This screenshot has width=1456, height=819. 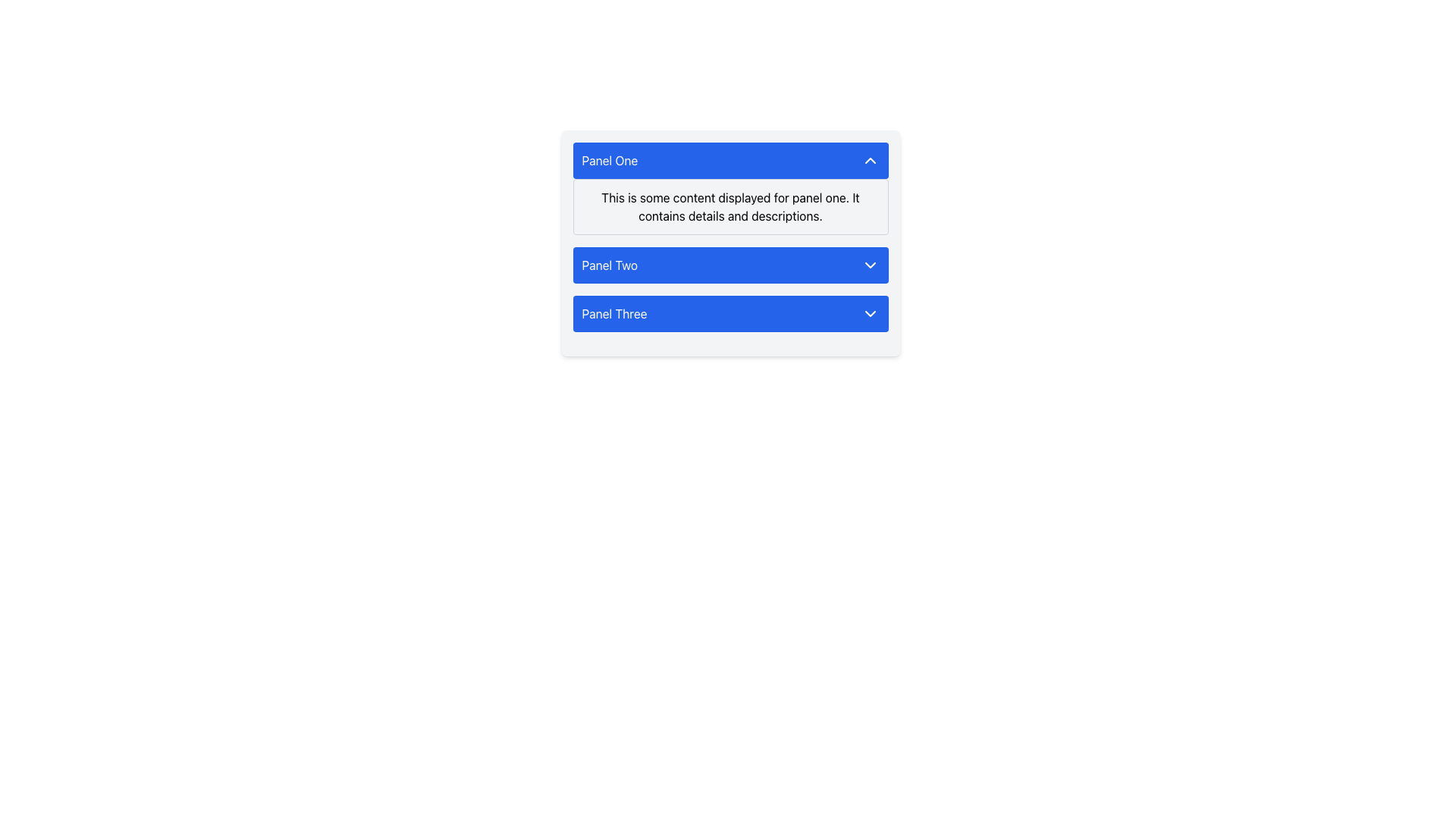 I want to click on the title text for the first panel in the accordion component, located on the left side of the panel's header, so click(x=610, y=161).